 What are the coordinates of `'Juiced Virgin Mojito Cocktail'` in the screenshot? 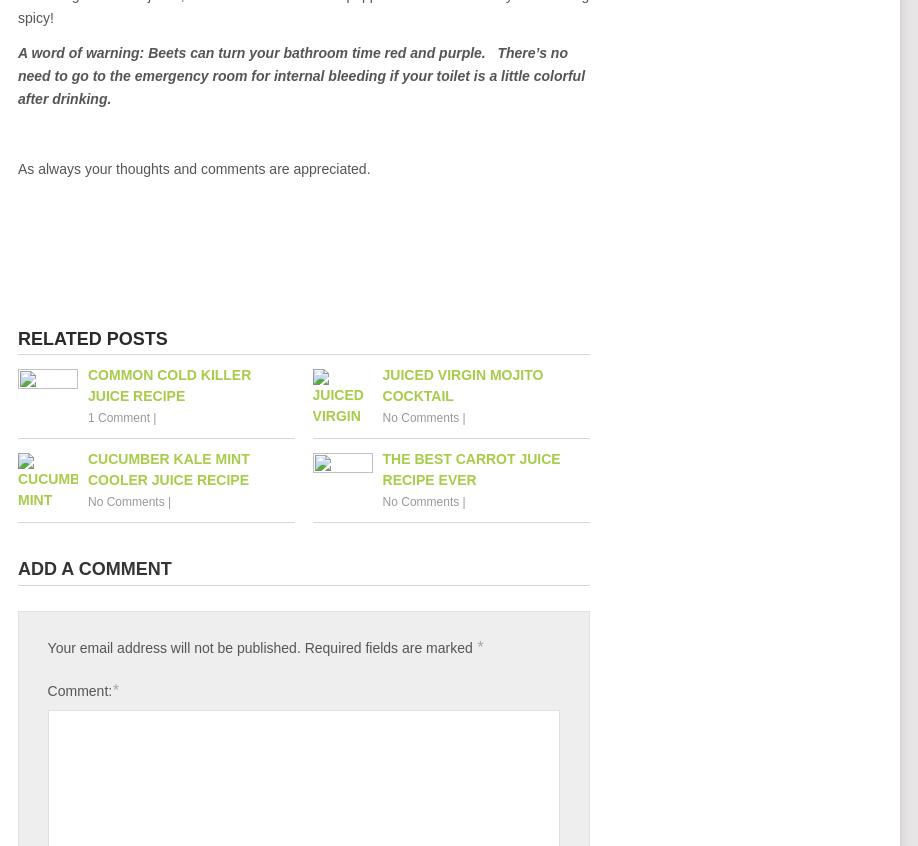 It's located at (462, 384).